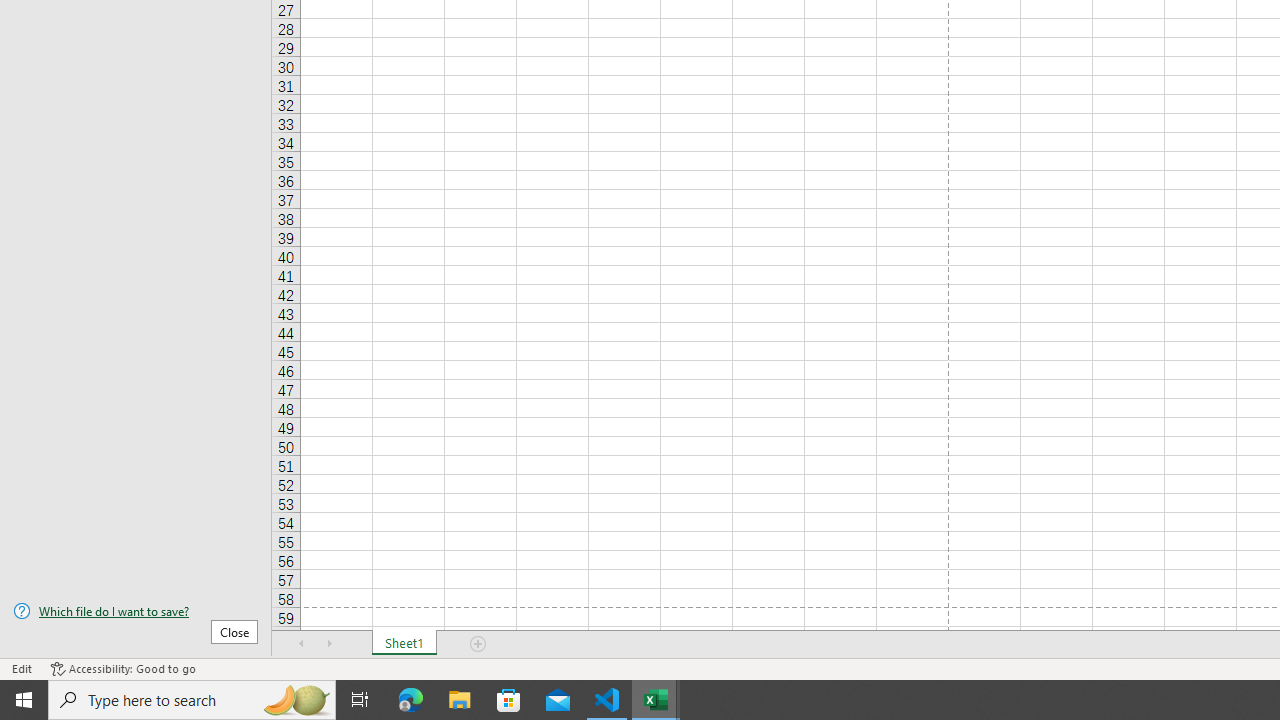 This screenshot has width=1280, height=720. What do you see at coordinates (403, 644) in the screenshot?
I see `'Sheet1'` at bounding box center [403, 644].